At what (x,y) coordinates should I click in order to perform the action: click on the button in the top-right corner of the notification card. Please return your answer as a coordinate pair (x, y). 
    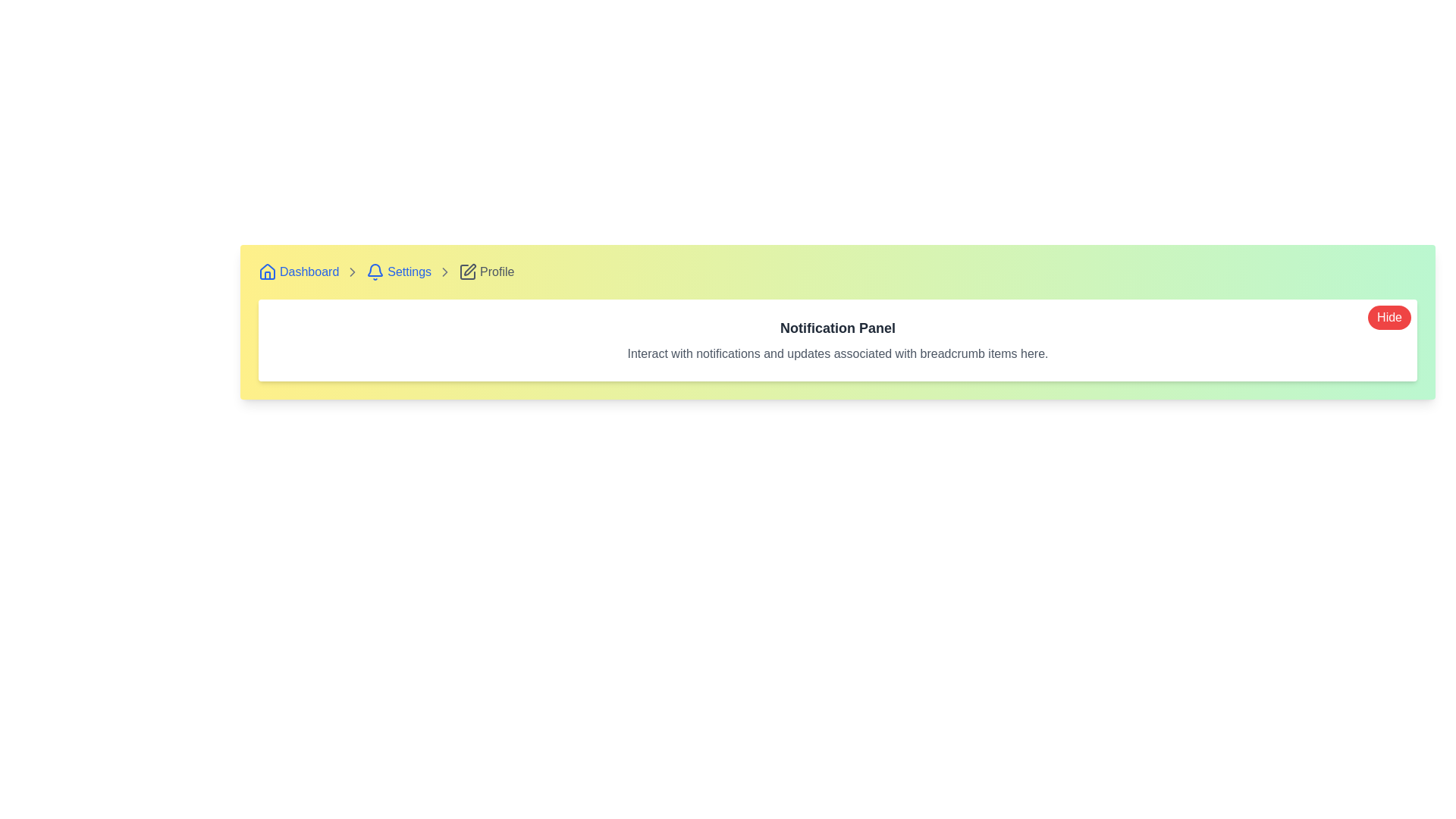
    Looking at the image, I should click on (1389, 317).